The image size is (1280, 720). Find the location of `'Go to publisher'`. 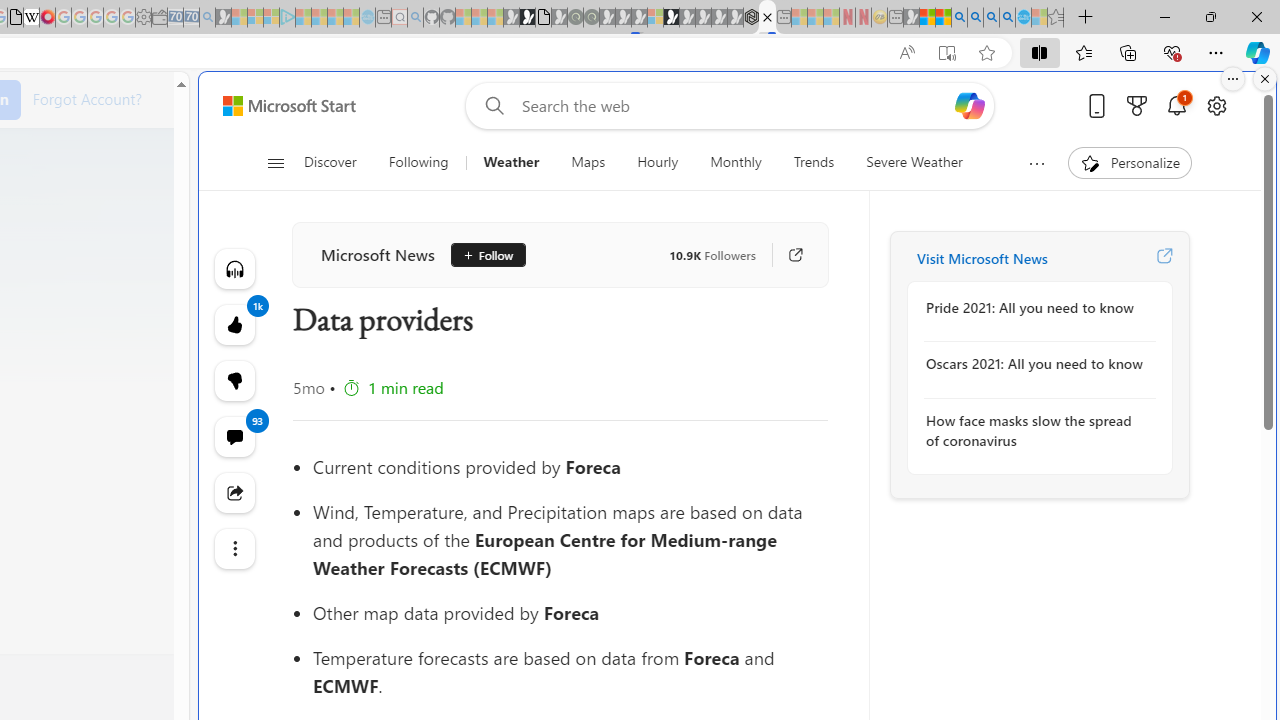

'Go to publisher' is located at coordinates (785, 254).